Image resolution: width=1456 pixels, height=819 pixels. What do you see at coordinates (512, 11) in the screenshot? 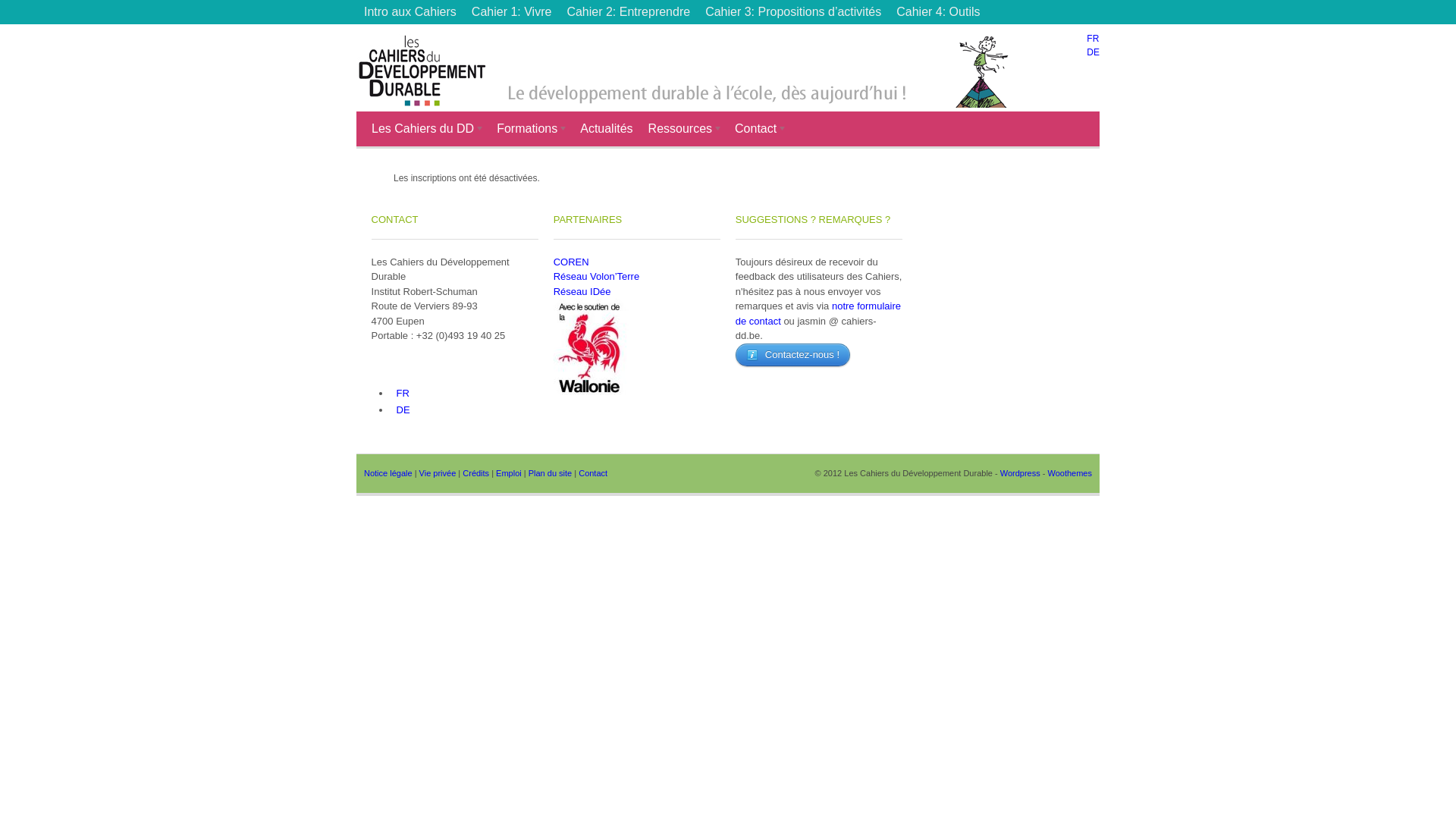
I see `'Cahier 1: Vivre'` at bounding box center [512, 11].